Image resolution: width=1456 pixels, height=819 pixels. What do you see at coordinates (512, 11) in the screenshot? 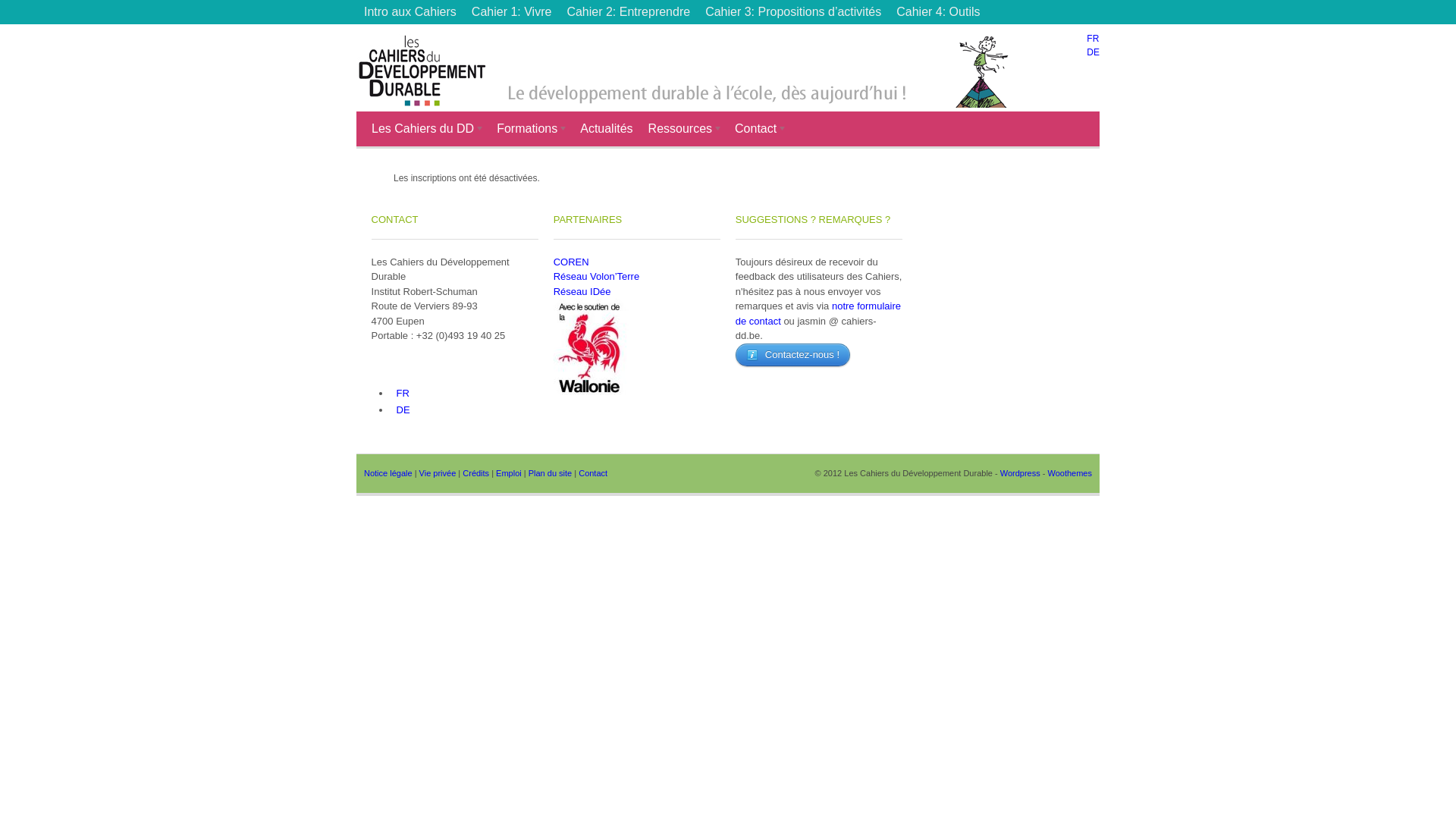
I see `'Cahier 1: Vivre'` at bounding box center [512, 11].